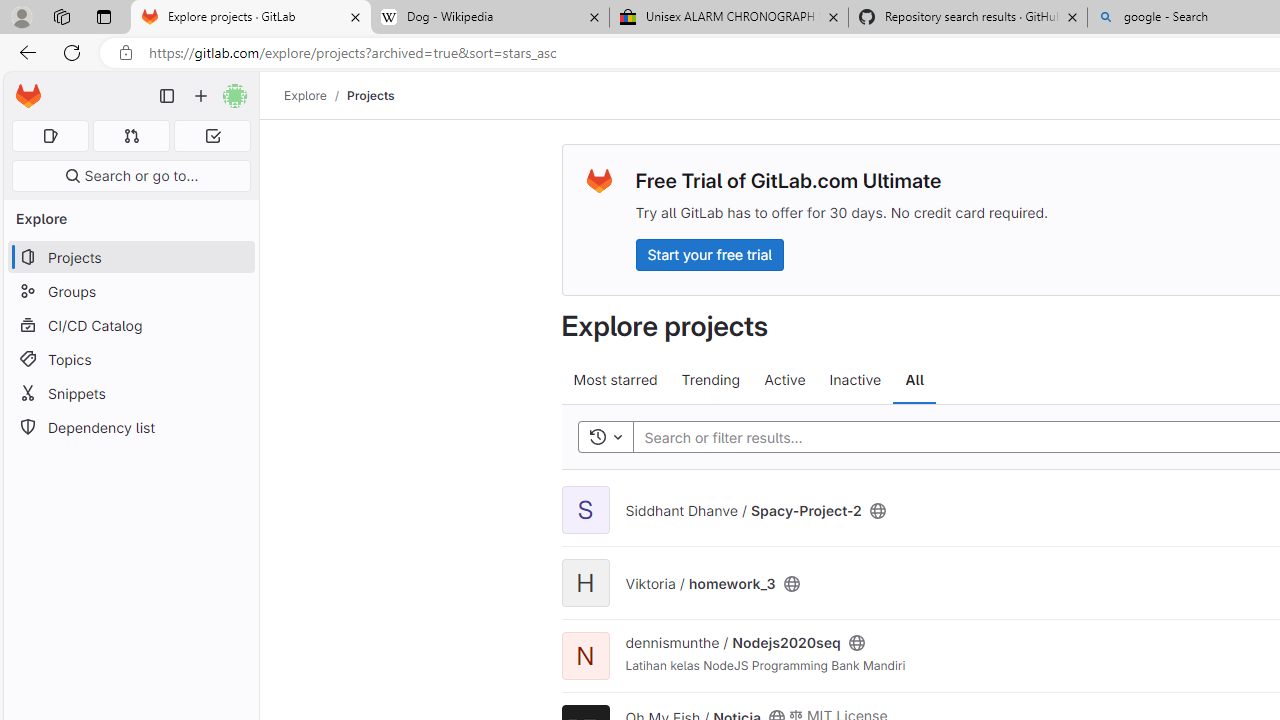 This screenshot has width=1280, height=720. Describe the element at coordinates (700, 582) in the screenshot. I see `'Viktoria / homework_3'` at that location.